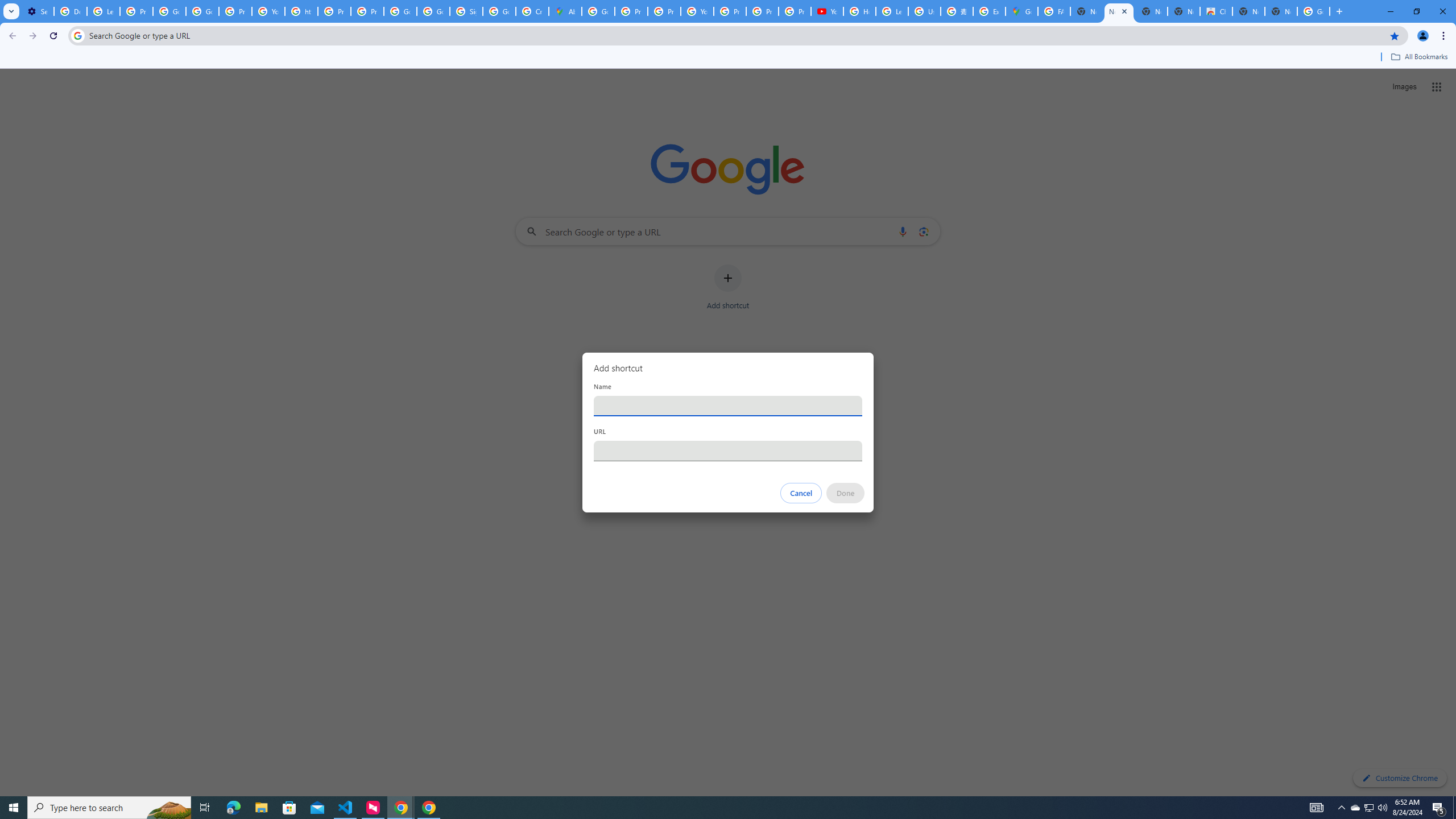  What do you see at coordinates (1314, 11) in the screenshot?
I see `'Google Images'` at bounding box center [1314, 11].